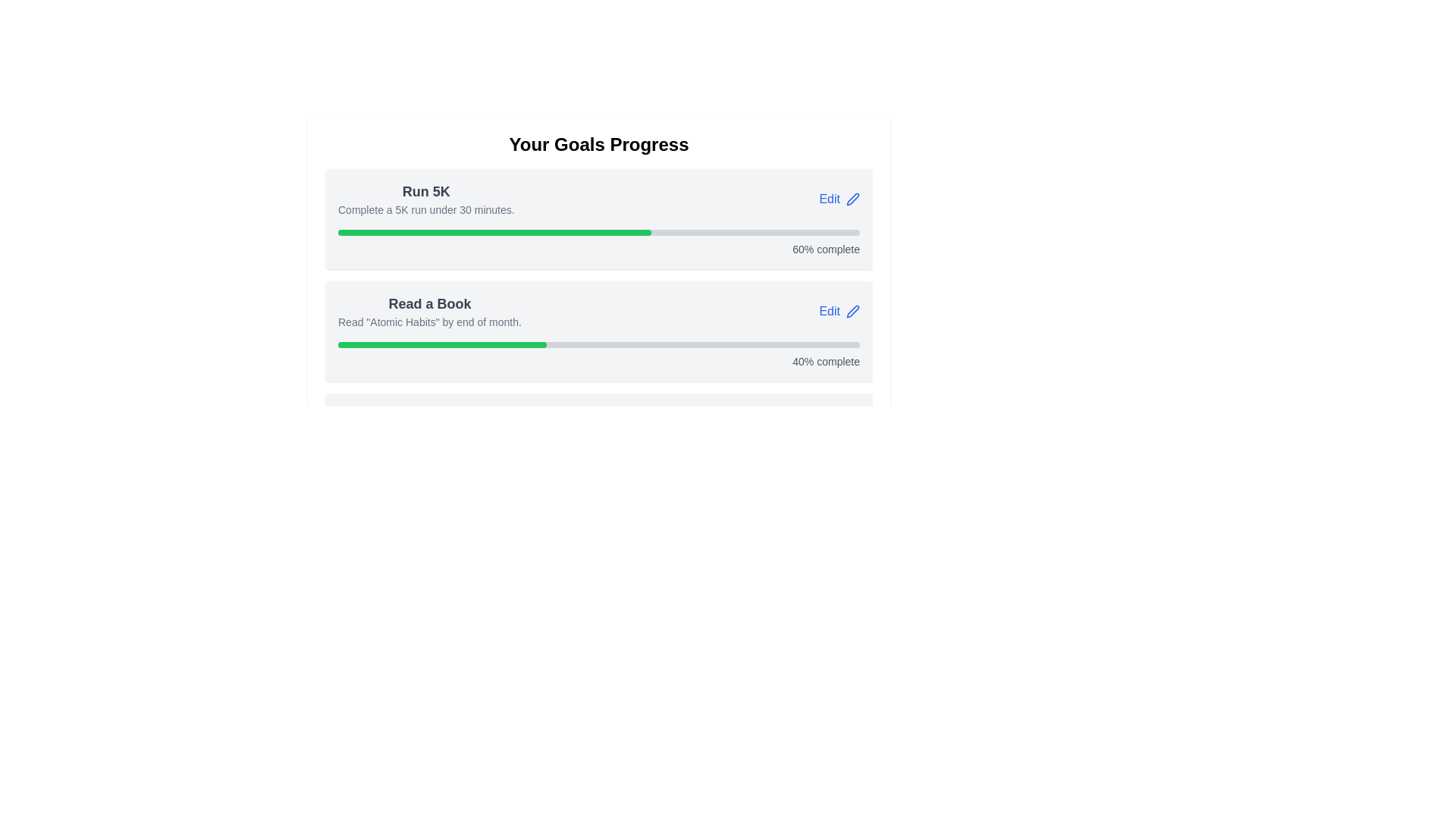 This screenshot has width=1456, height=819. What do you see at coordinates (428, 304) in the screenshot?
I see `the heading text element that summarizes the content about reading a book` at bounding box center [428, 304].